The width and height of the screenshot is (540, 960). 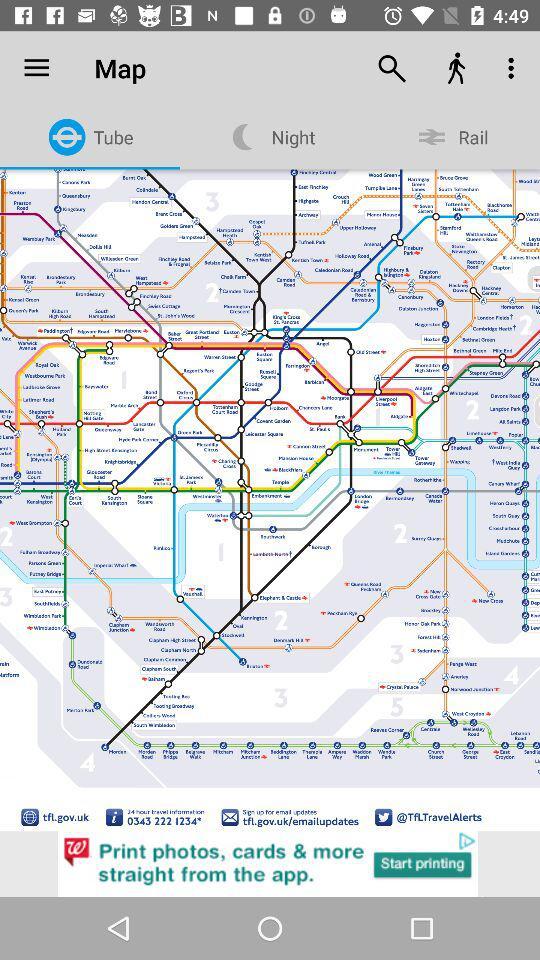 I want to click on icon above the rail, so click(x=513, y=68).